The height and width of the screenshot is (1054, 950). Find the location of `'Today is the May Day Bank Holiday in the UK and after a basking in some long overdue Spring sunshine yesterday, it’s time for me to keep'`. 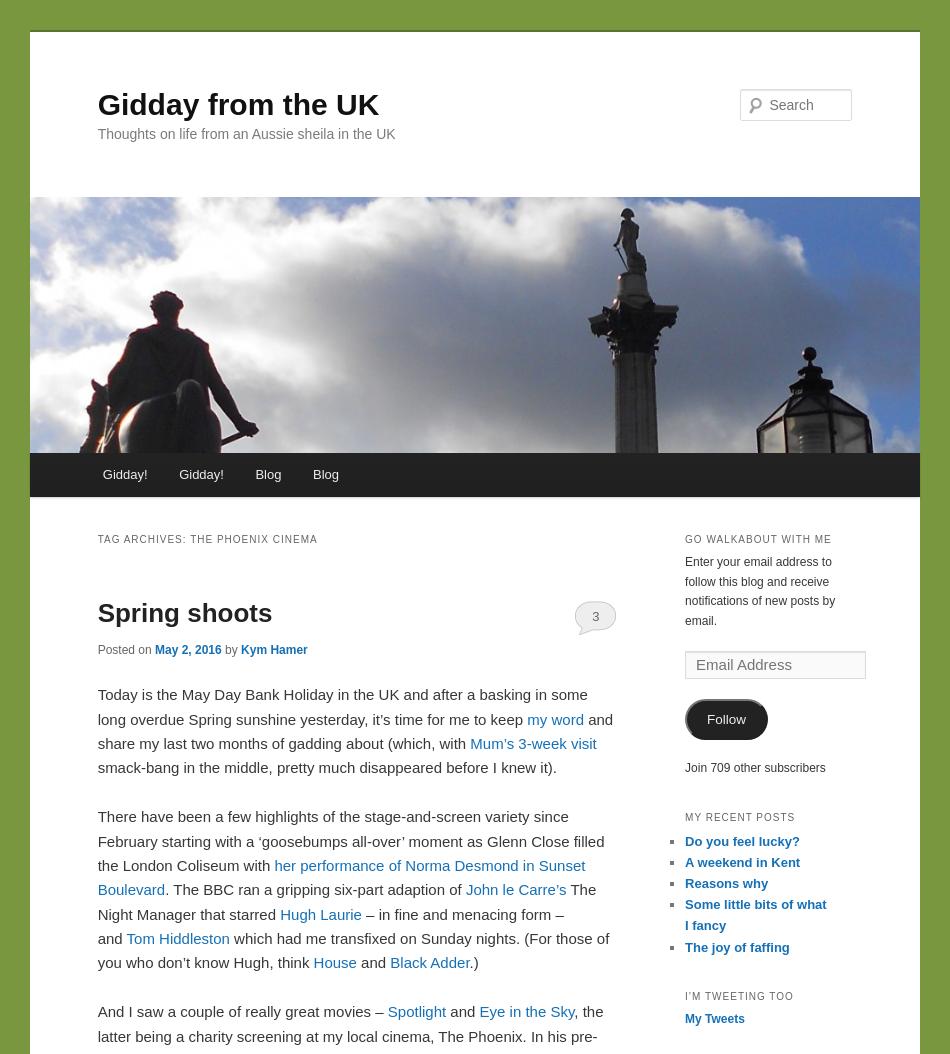

'Today is the May Day Bank Holiday in the UK and after a basking in some long overdue Spring sunshine yesterday, it’s time for me to keep' is located at coordinates (341, 705).